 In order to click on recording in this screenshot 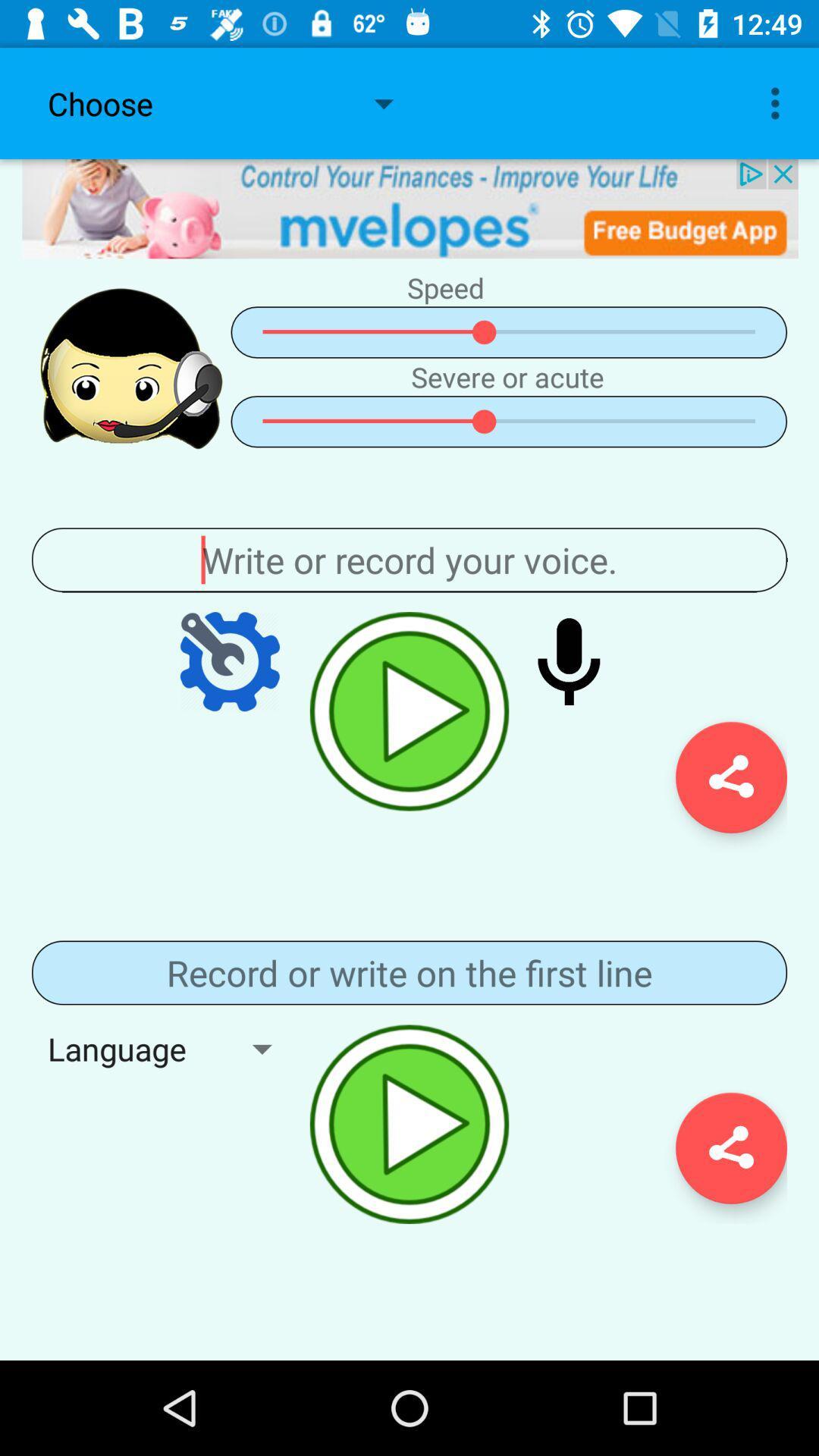, I will do `click(409, 711)`.